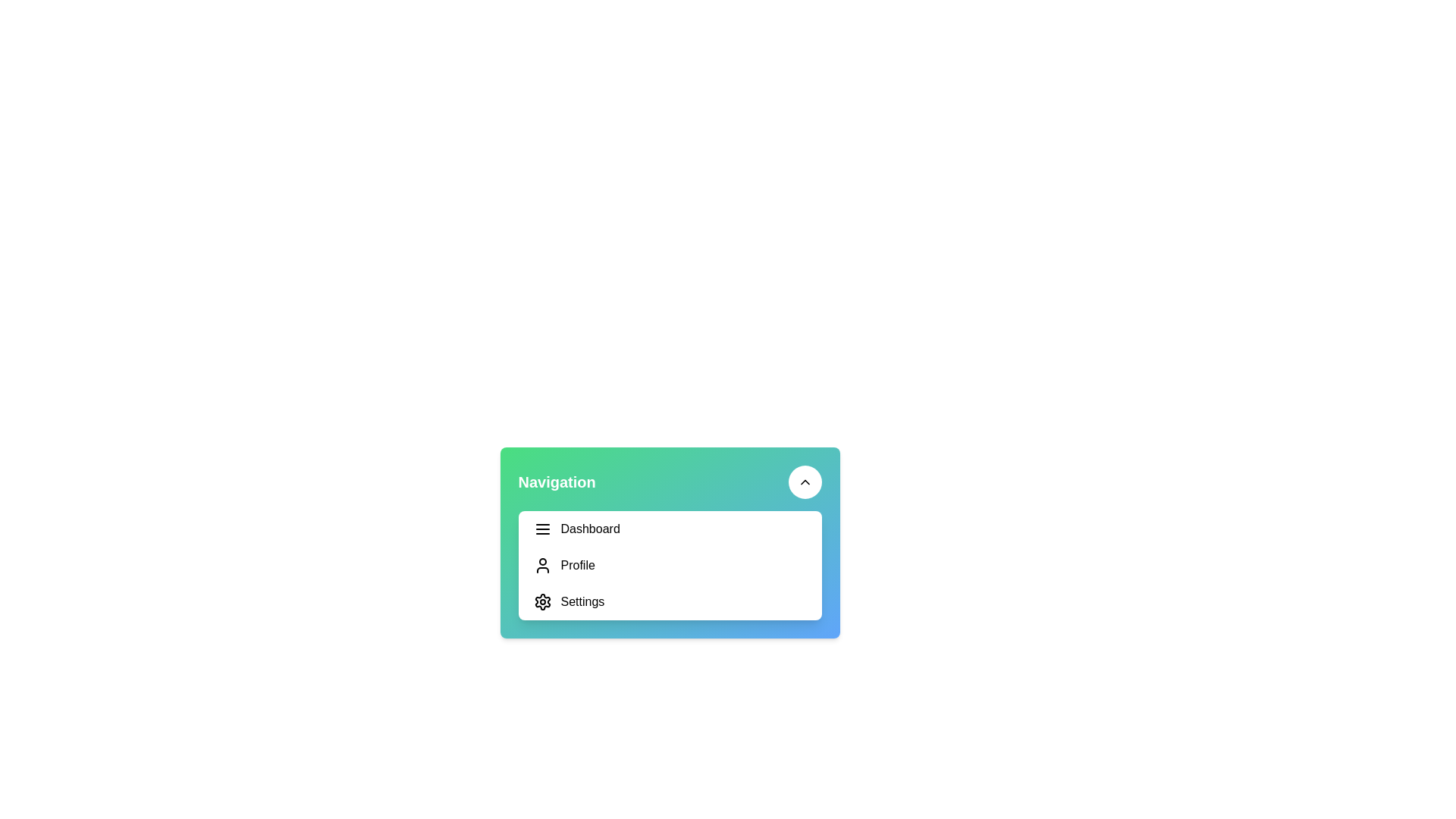 This screenshot has height=819, width=1456. What do you see at coordinates (542, 601) in the screenshot?
I see `the gear-shaped icon next to the 'Settings' text in the navigation list` at bounding box center [542, 601].